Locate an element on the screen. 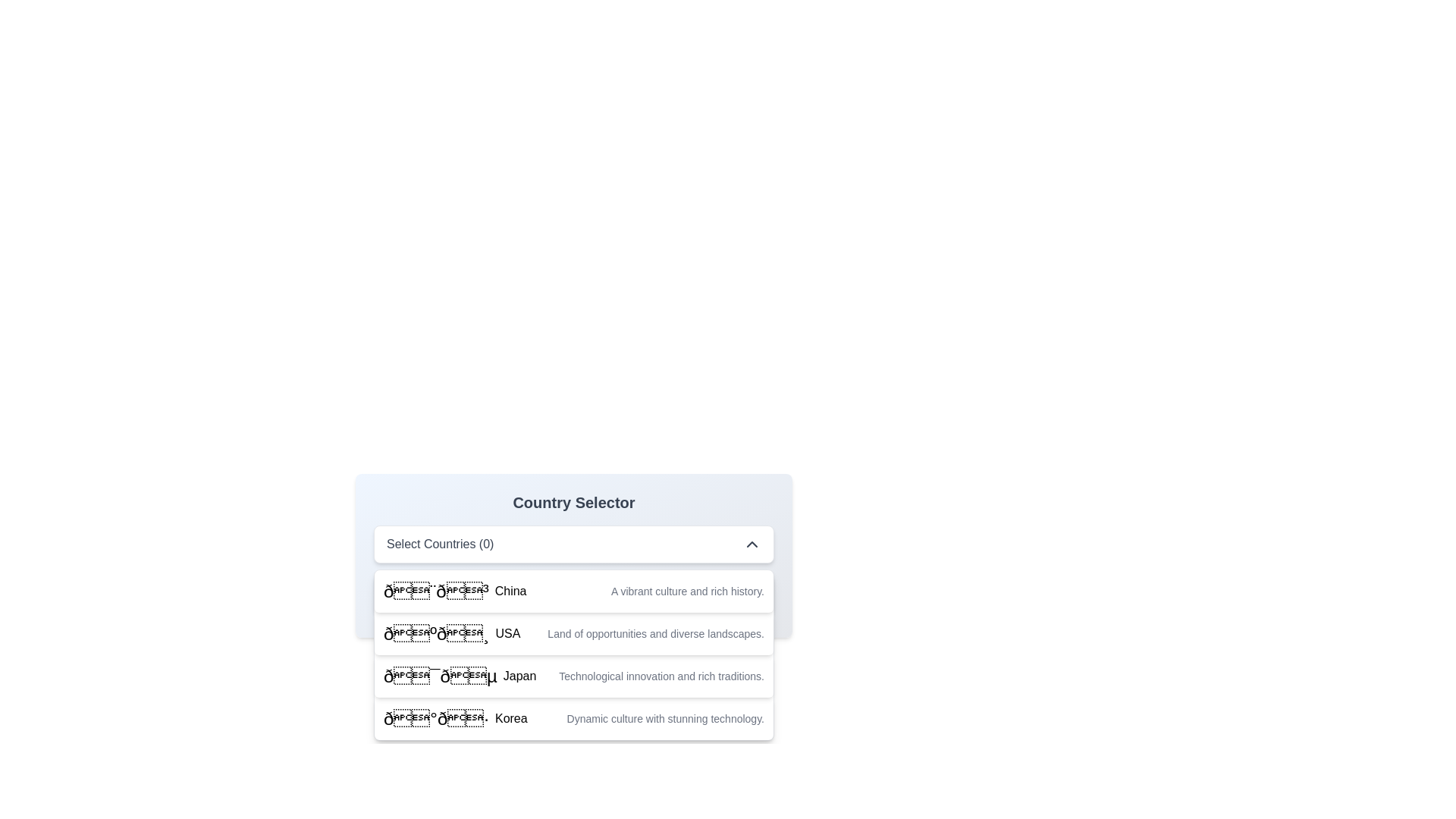  the third selectable option for Japan within the dropdown menu, which is positioned between the USA and Korea options is located at coordinates (573, 675).